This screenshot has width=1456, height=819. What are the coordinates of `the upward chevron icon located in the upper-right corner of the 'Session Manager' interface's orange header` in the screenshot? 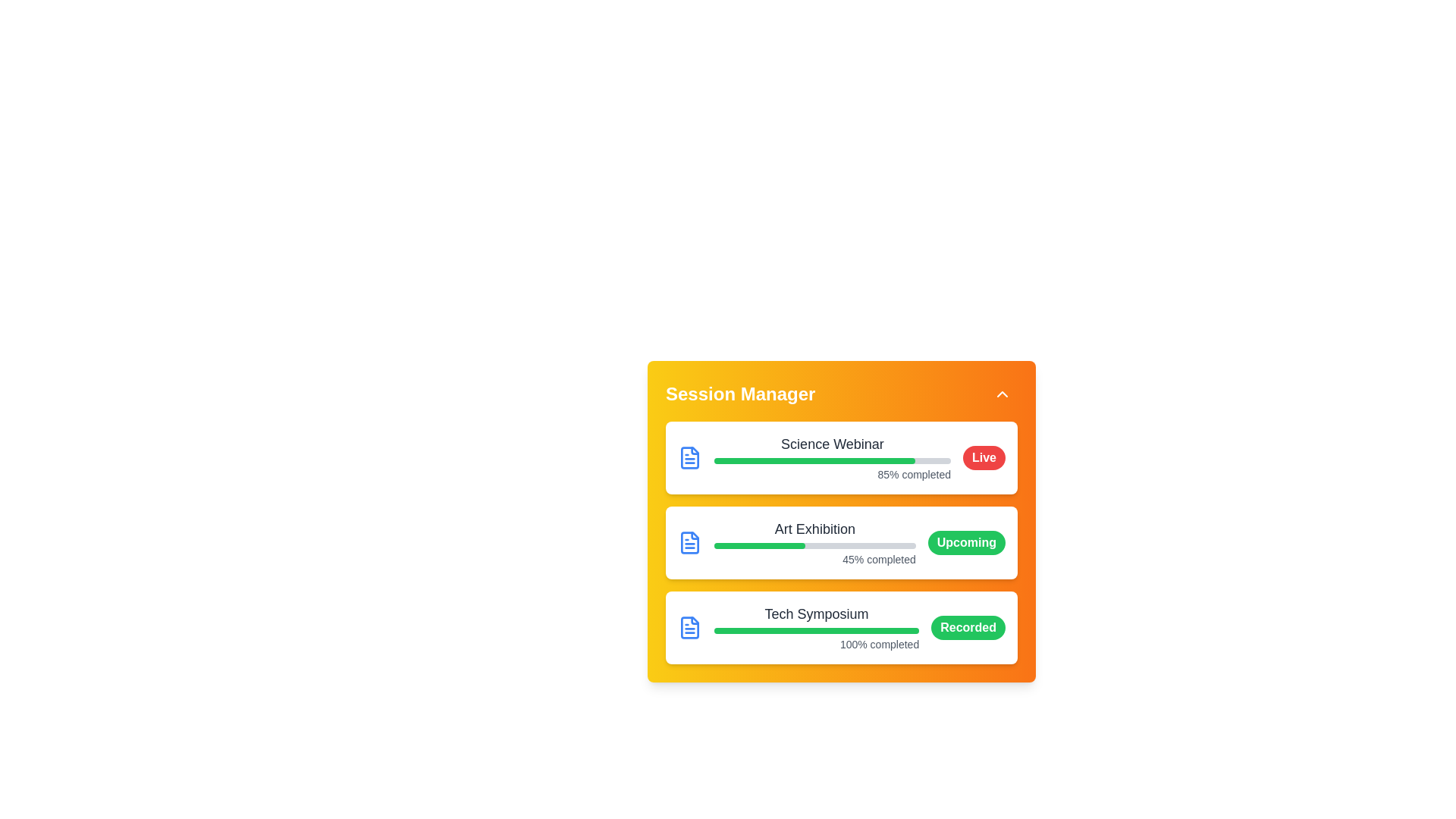 It's located at (1002, 394).